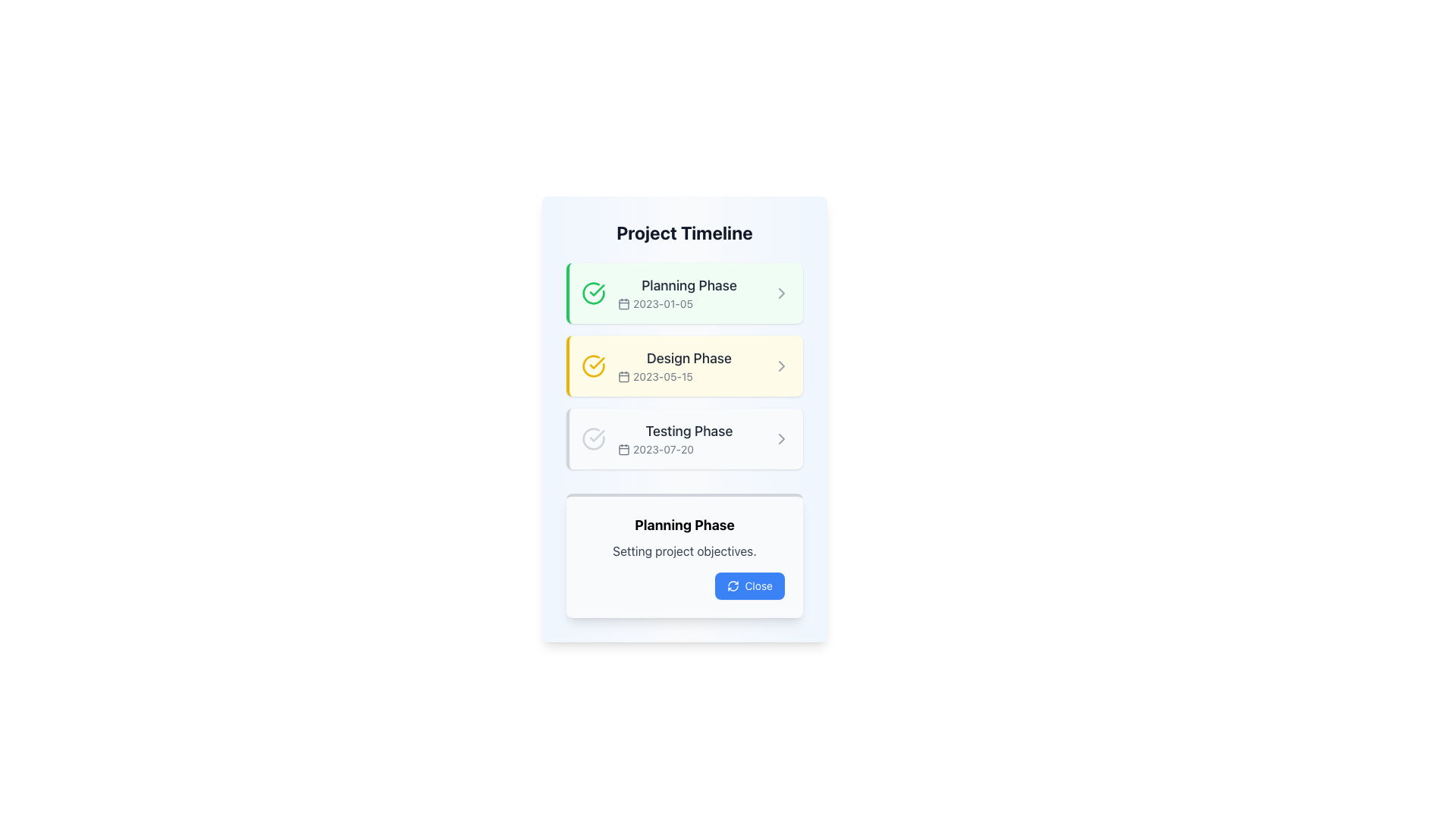 The height and width of the screenshot is (819, 1456). I want to click on the 'Planning Phase' button, which is the first step card, so click(683, 293).